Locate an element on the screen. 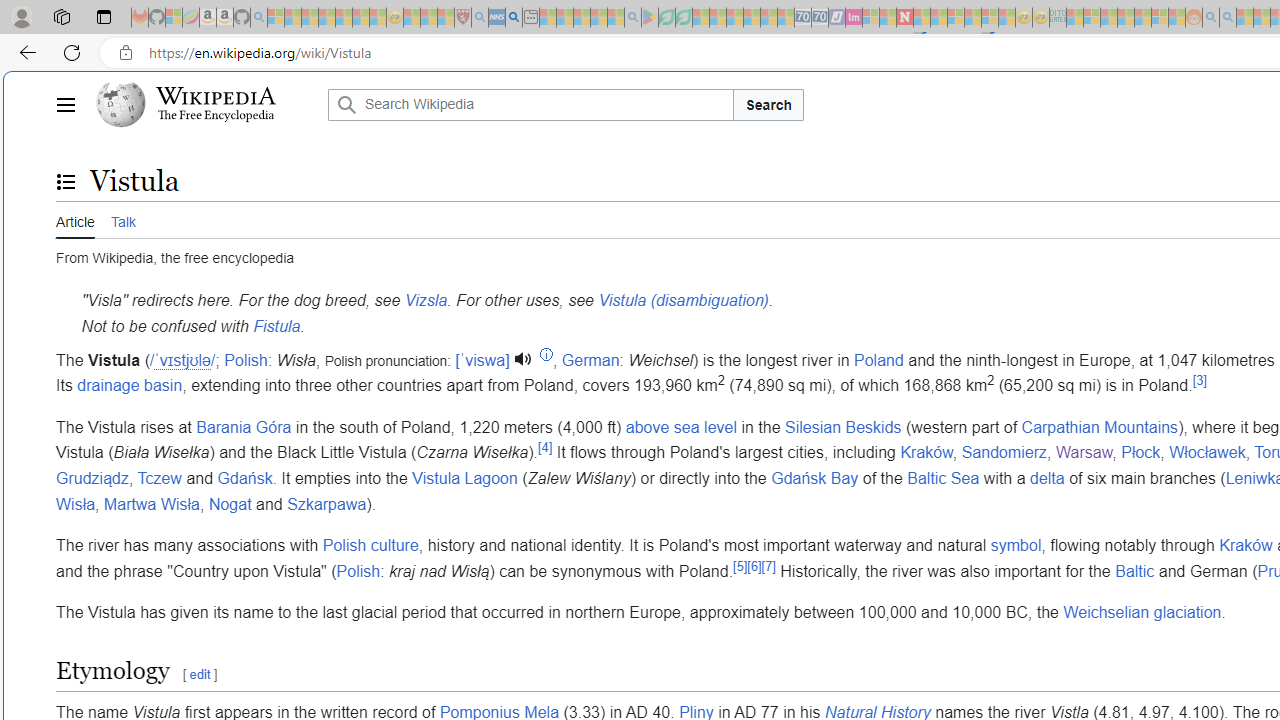 The image size is (1280, 720). 'Vizsla' is located at coordinates (425, 301).